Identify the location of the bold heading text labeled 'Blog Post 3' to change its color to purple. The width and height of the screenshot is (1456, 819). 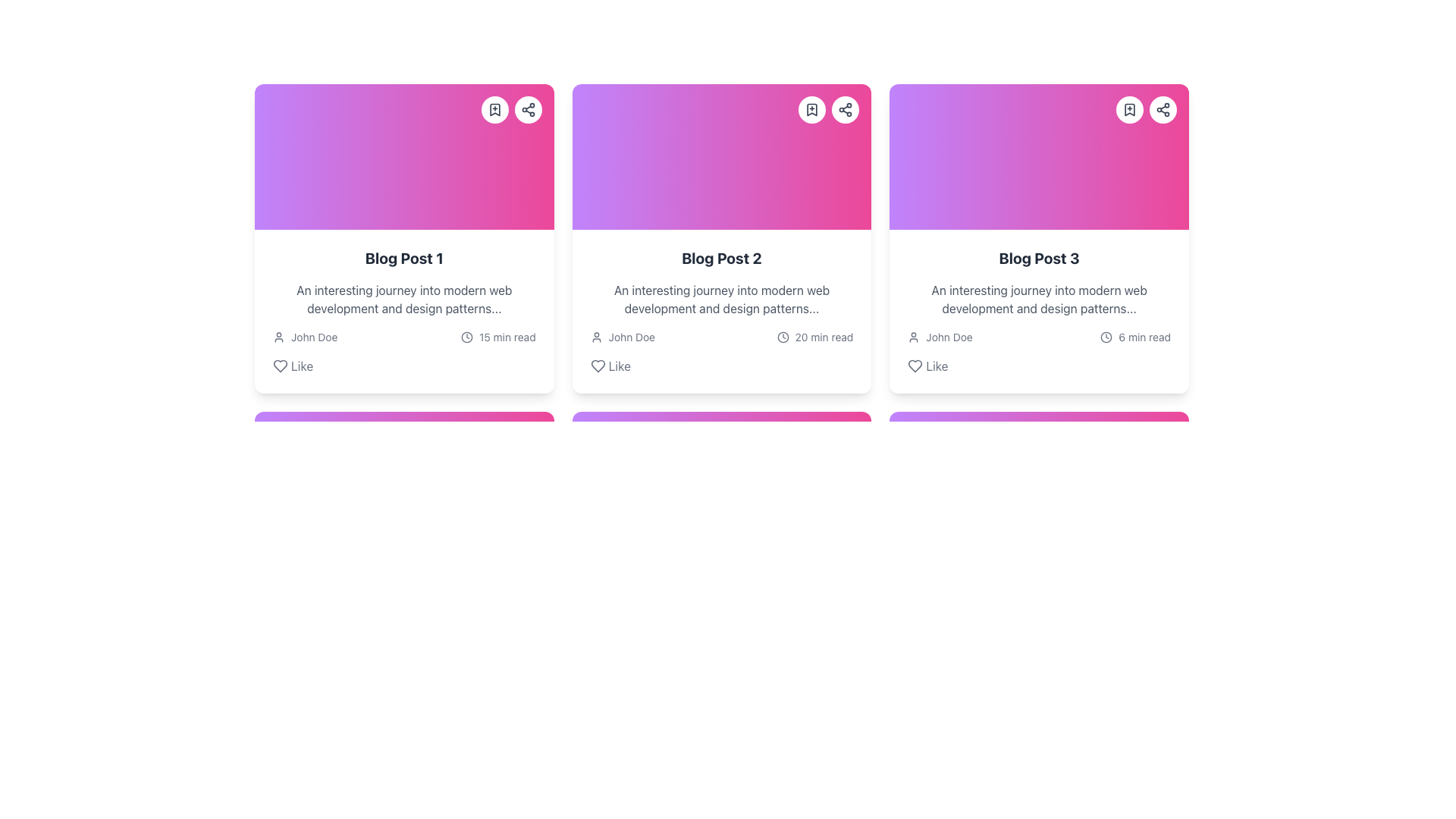
(1038, 257).